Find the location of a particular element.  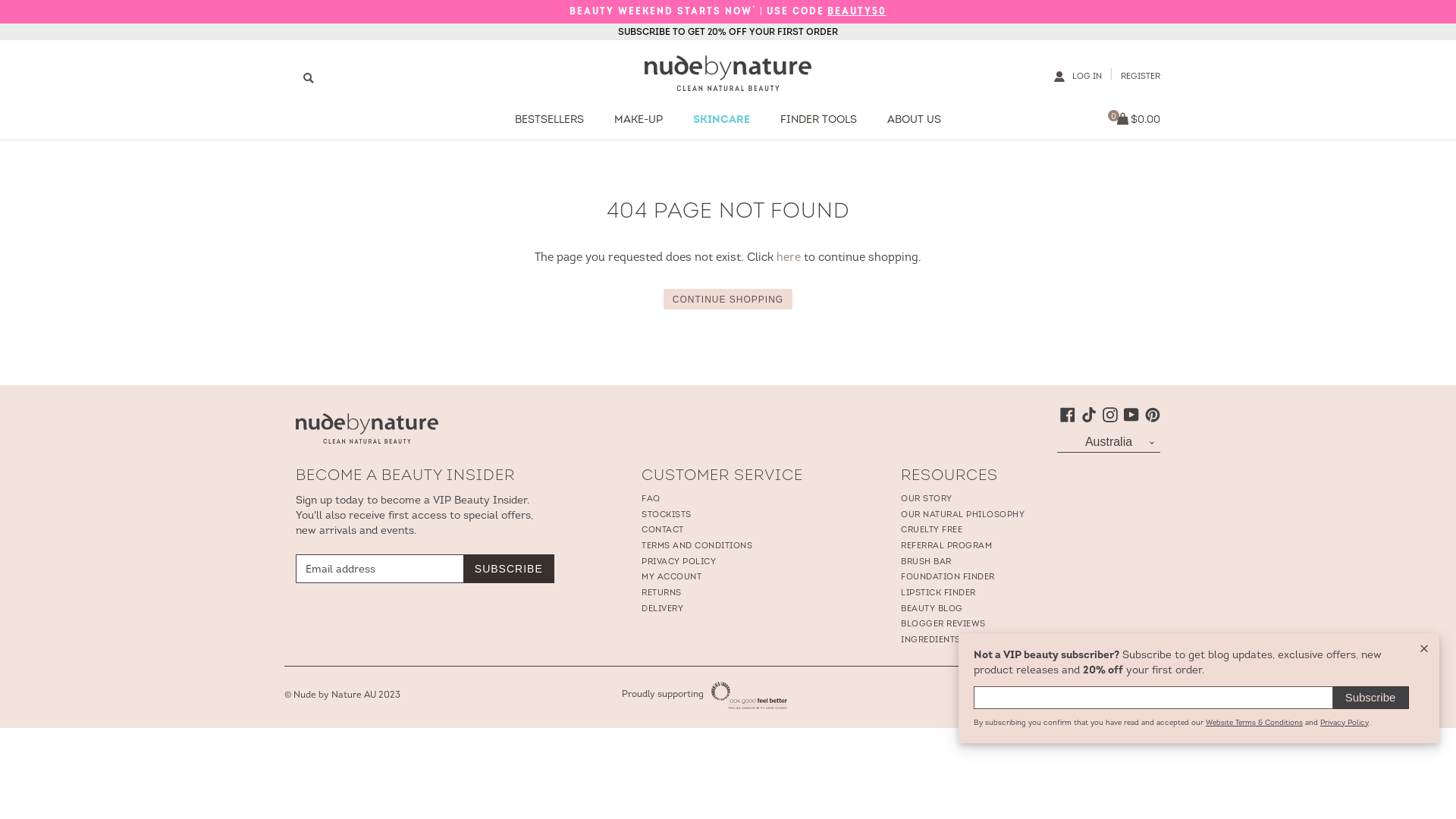

'INGREDIENTS GLOSSARY' is located at coordinates (955, 640).